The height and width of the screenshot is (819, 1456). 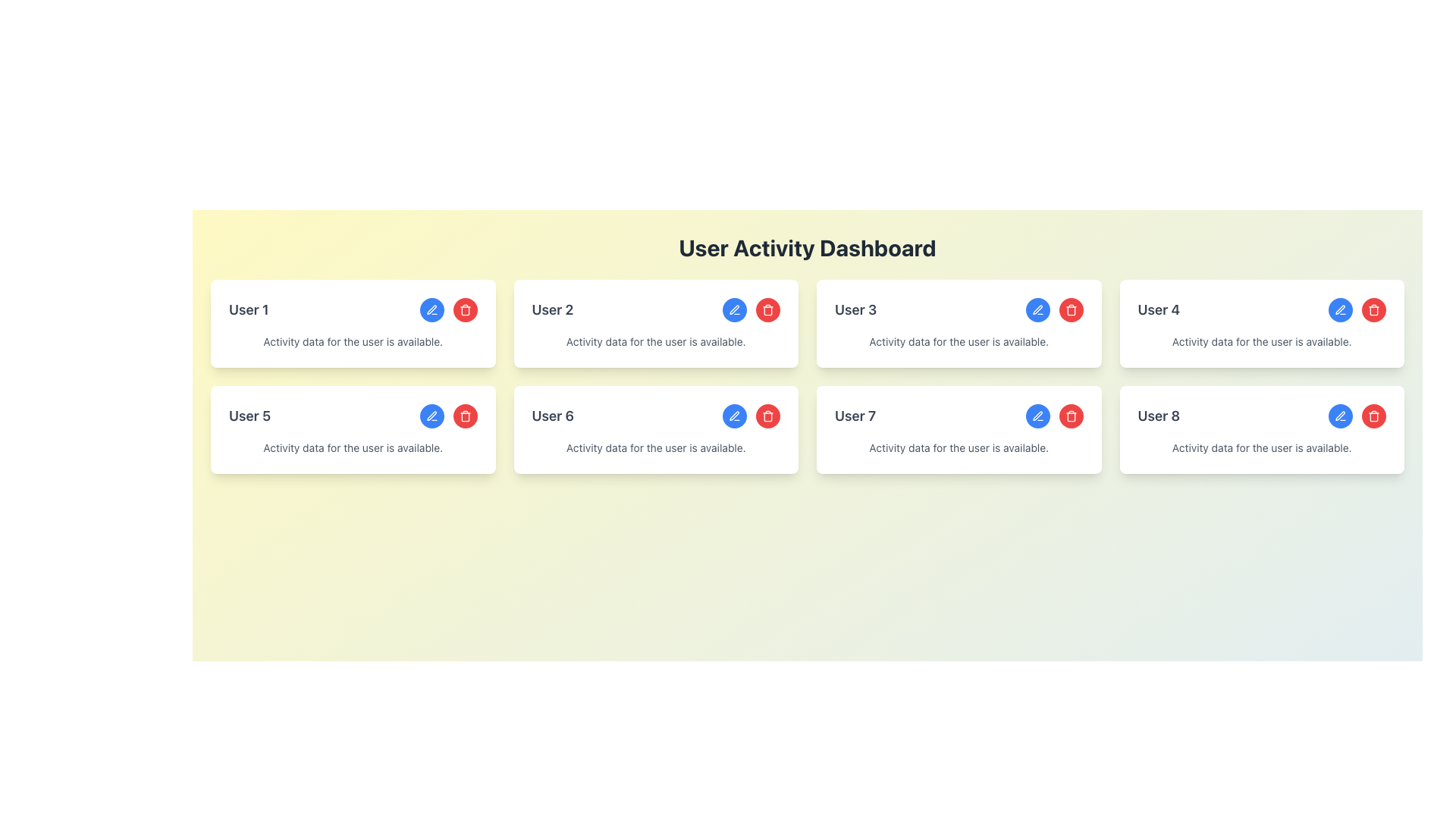 What do you see at coordinates (431, 416) in the screenshot?
I see `the blue stylized pen icon located next to the text 'User 5' at the bottom of the card` at bounding box center [431, 416].